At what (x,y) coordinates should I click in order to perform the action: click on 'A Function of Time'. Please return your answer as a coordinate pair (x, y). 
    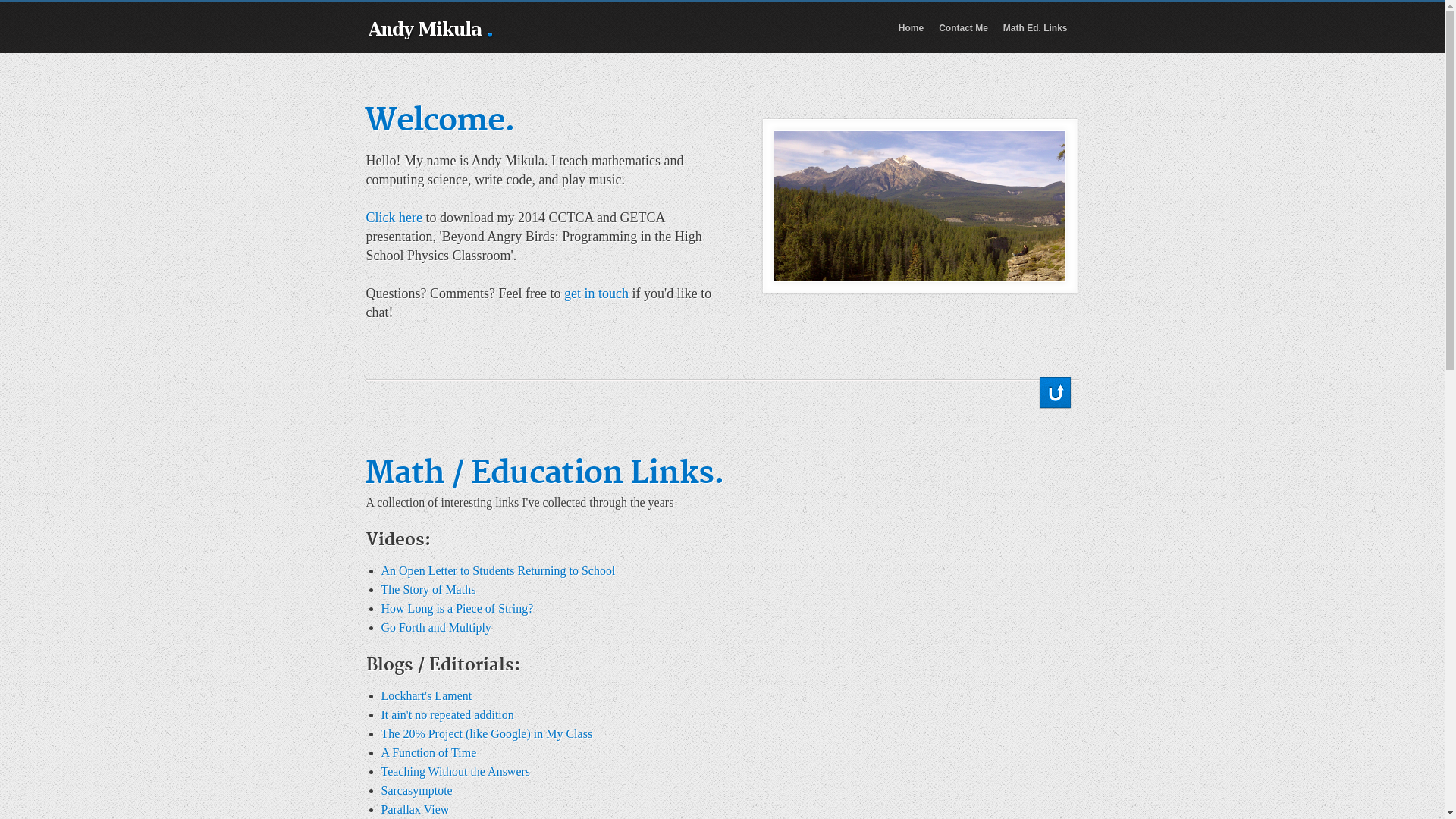
    Looking at the image, I should click on (381, 752).